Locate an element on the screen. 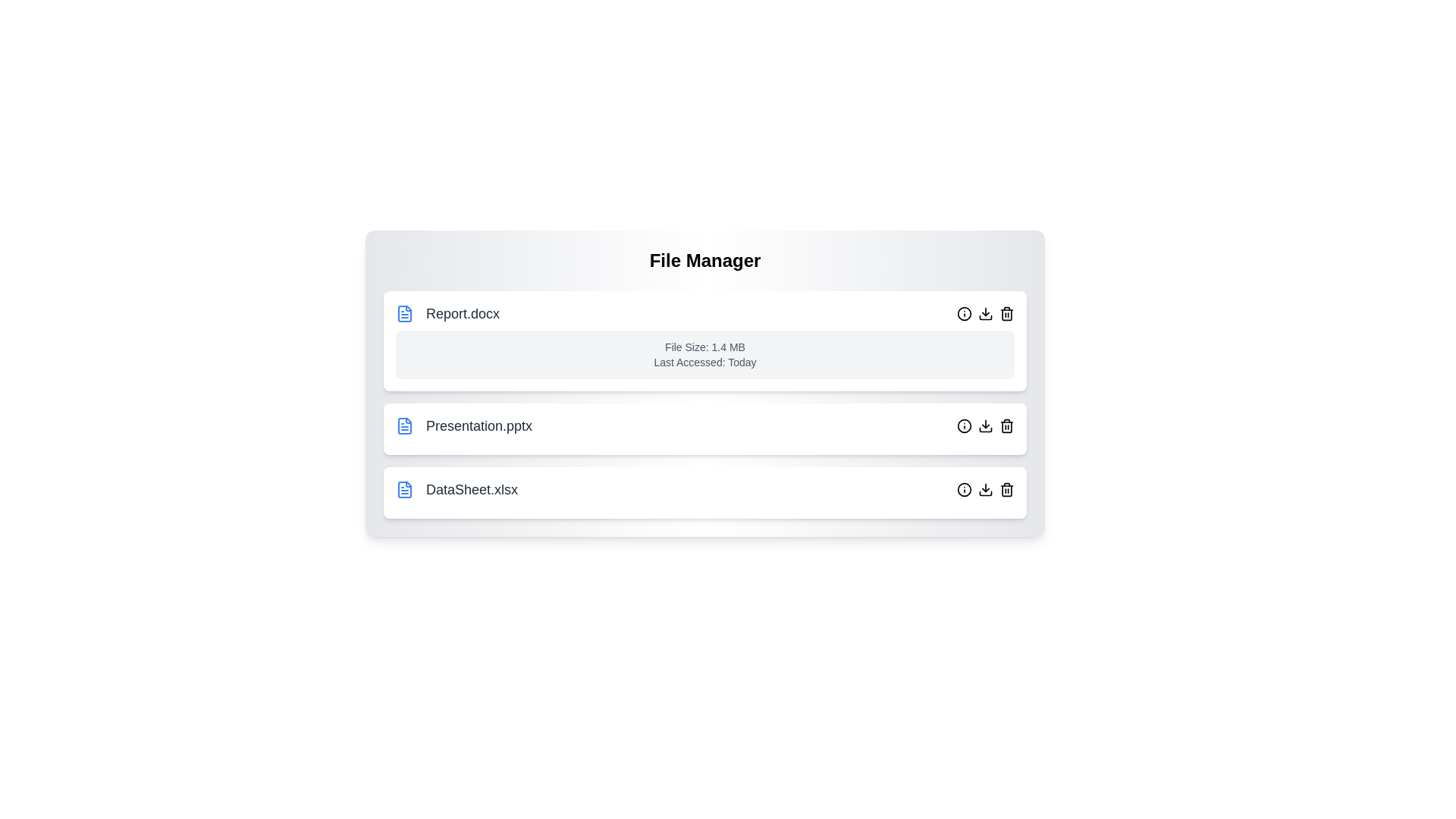  the download button for the file Report.docx is located at coordinates (986, 312).